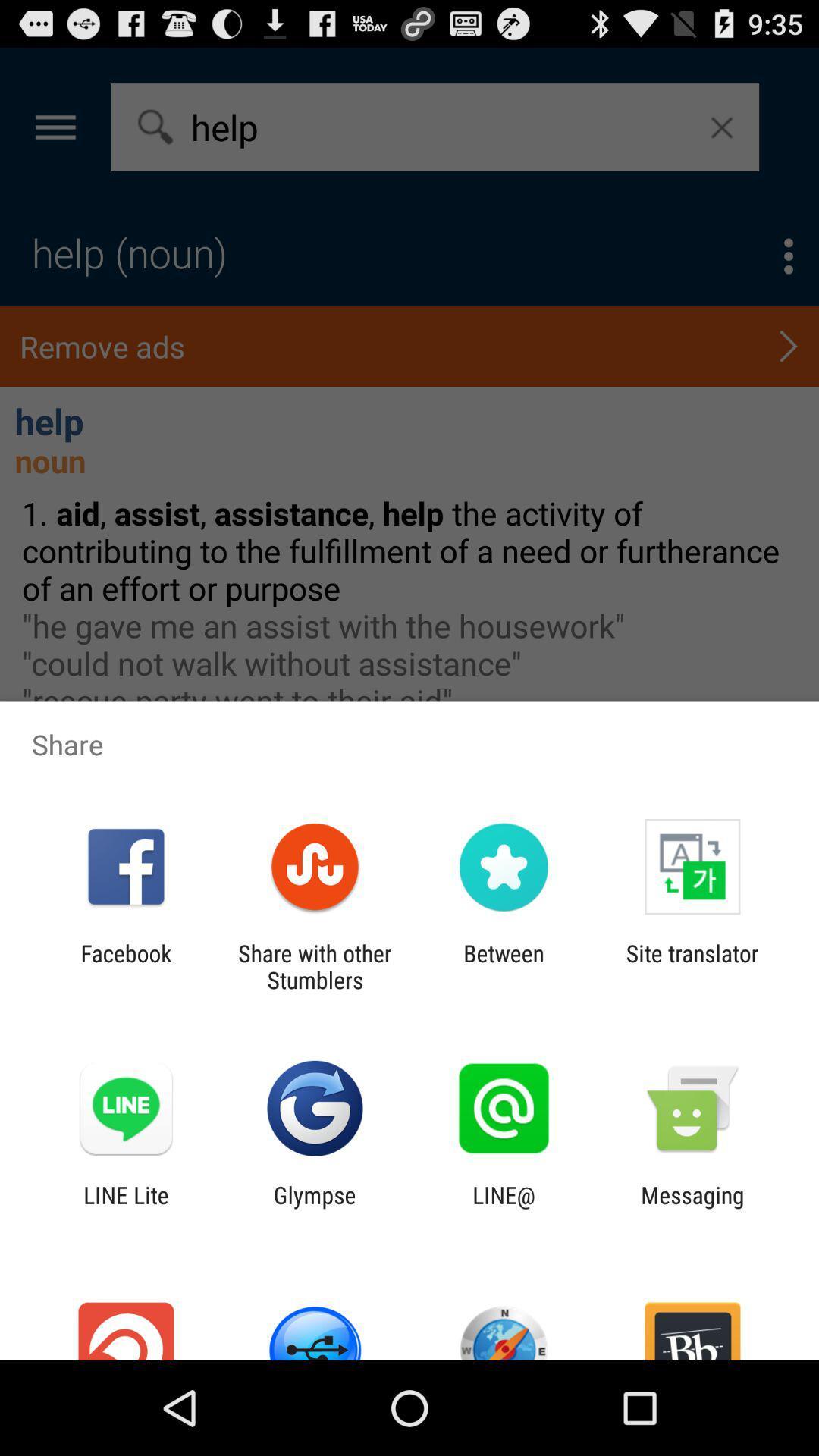 This screenshot has width=819, height=1456. What do you see at coordinates (504, 966) in the screenshot?
I see `the app to the left of the site translator icon` at bounding box center [504, 966].